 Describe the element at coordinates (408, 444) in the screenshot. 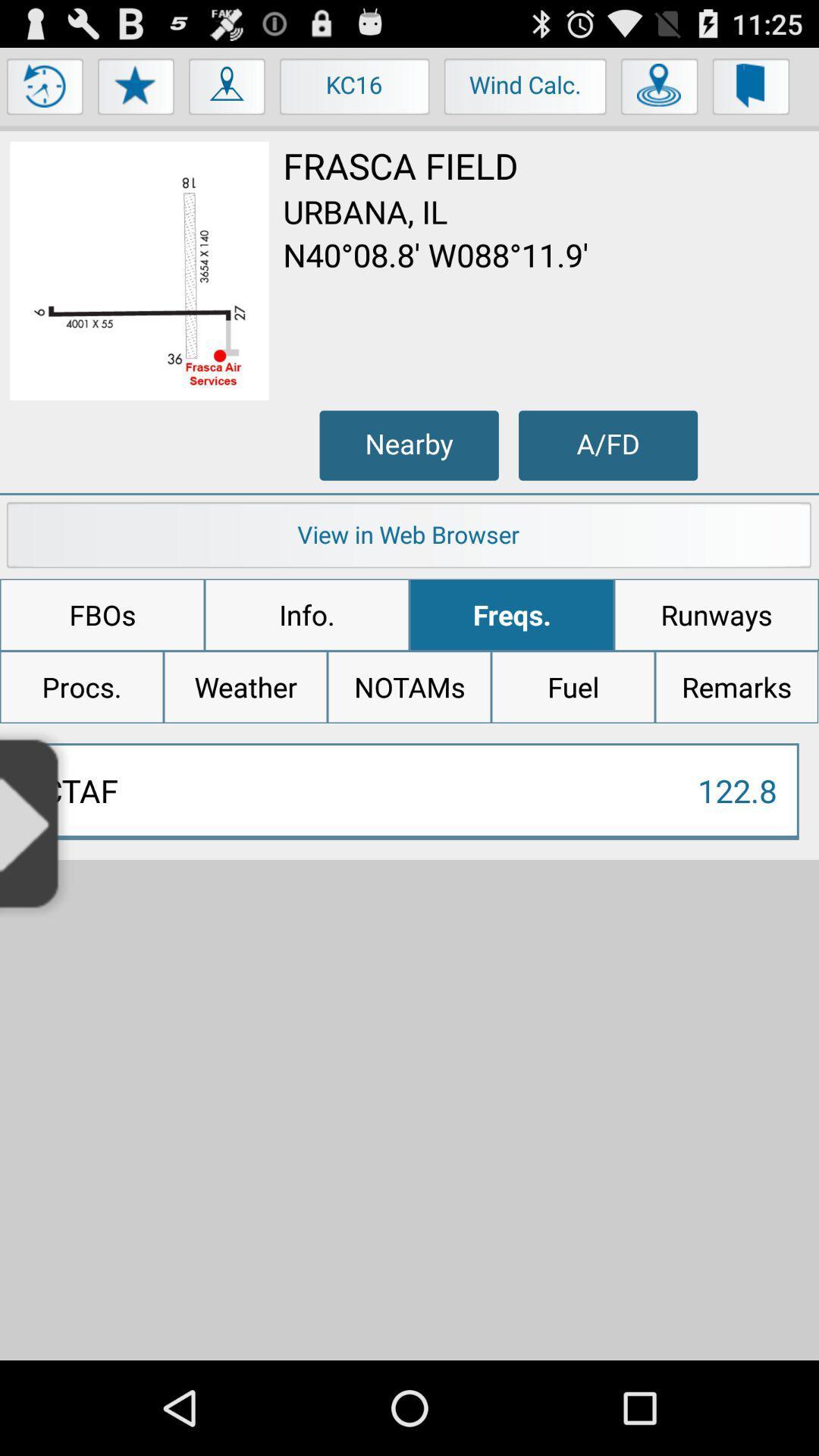

I see `icon next to the a/fd icon` at that location.